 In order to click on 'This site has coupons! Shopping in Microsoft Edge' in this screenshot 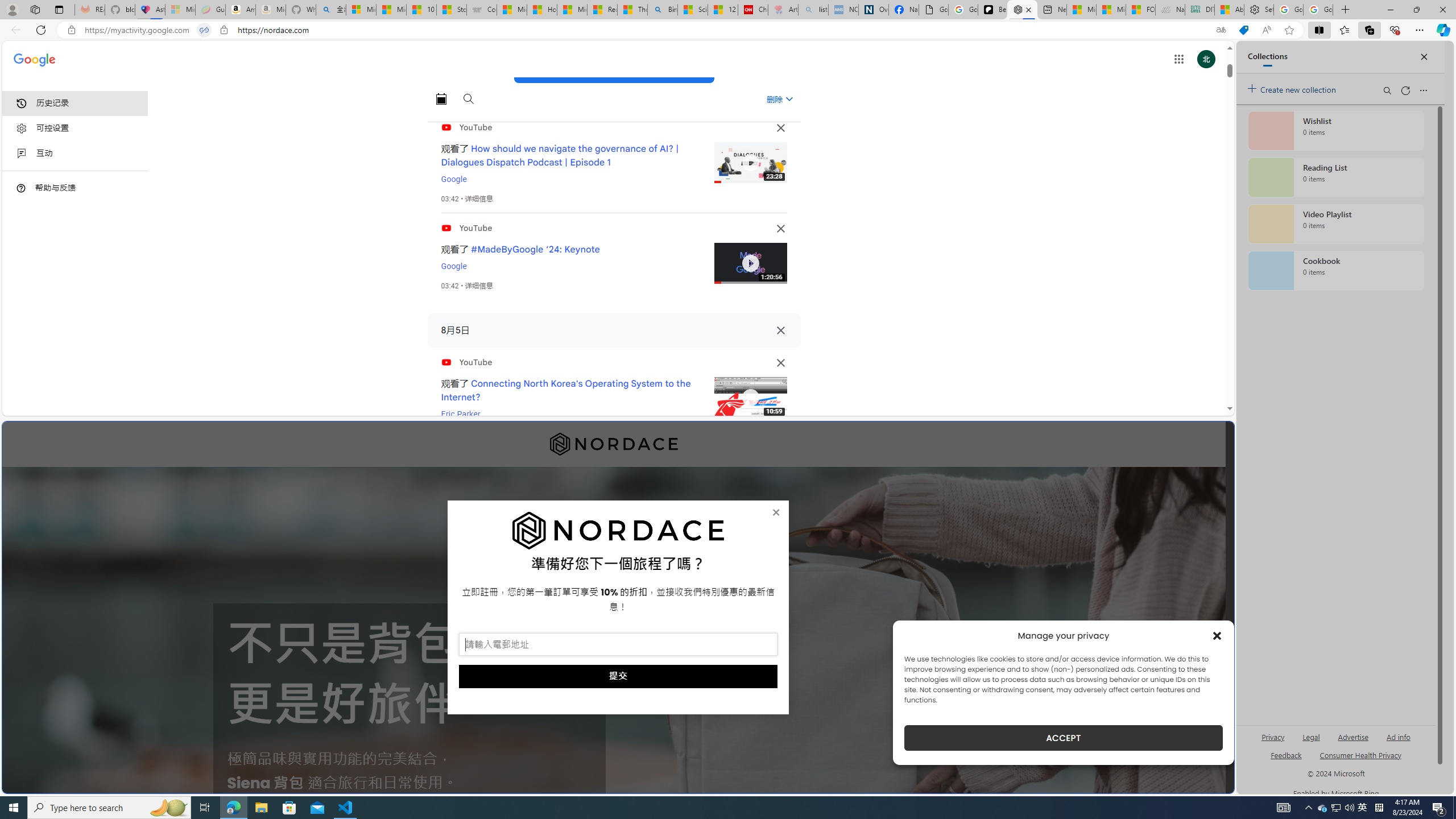, I will do `click(1243, 30)`.